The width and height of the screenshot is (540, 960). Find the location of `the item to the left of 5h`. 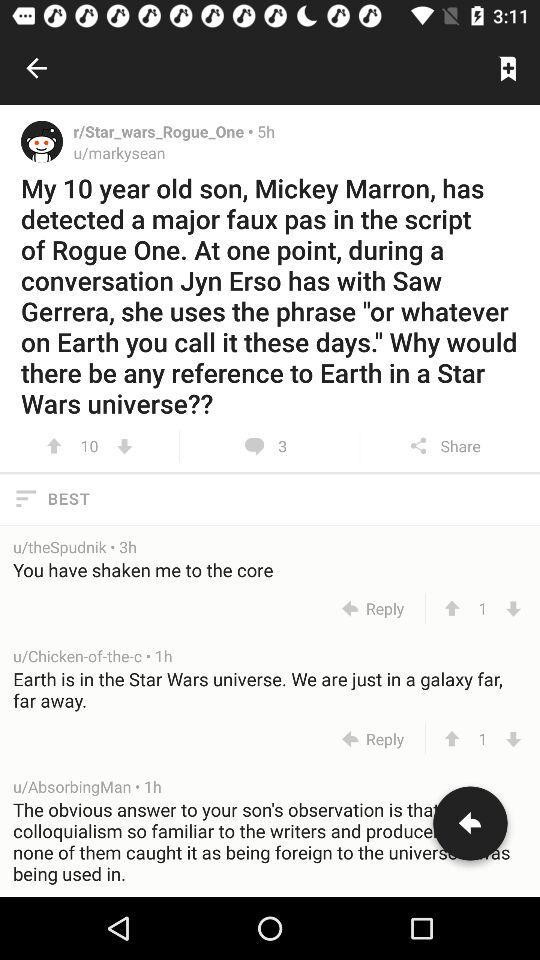

the item to the left of 5h is located at coordinates (164, 130).